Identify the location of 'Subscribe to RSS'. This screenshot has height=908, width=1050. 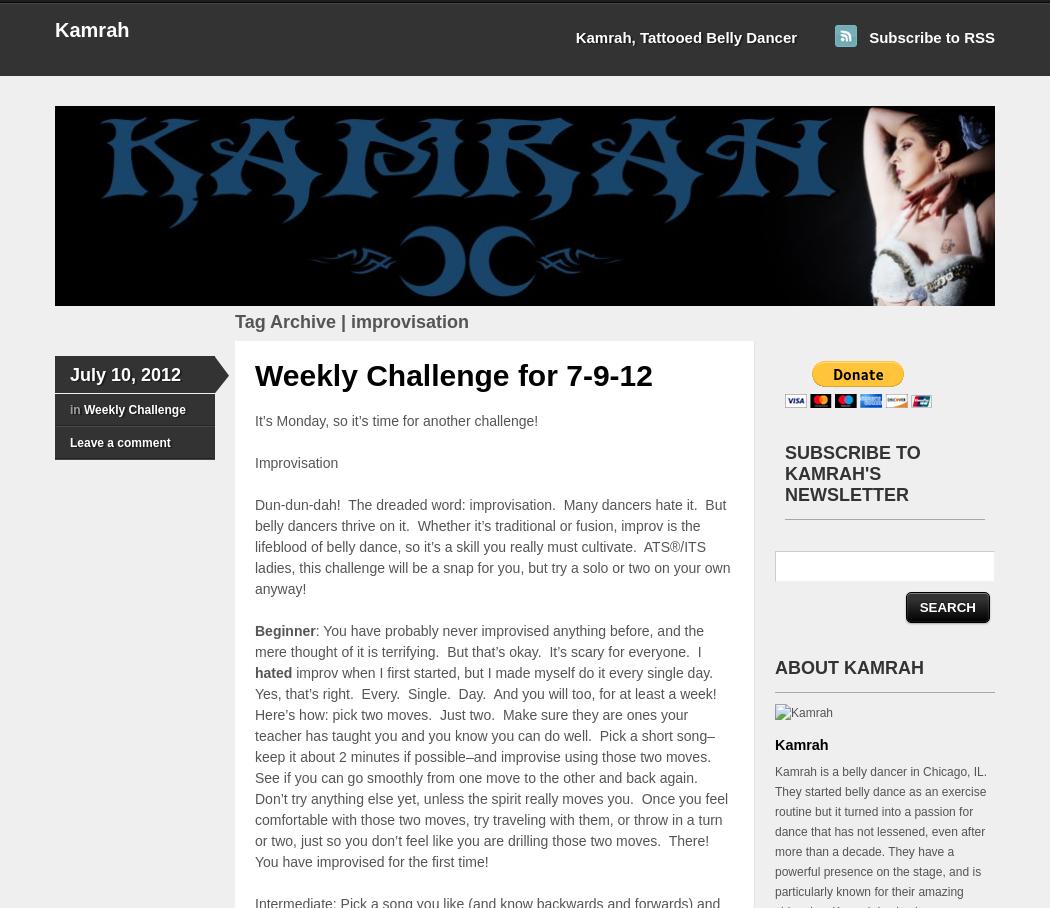
(931, 36).